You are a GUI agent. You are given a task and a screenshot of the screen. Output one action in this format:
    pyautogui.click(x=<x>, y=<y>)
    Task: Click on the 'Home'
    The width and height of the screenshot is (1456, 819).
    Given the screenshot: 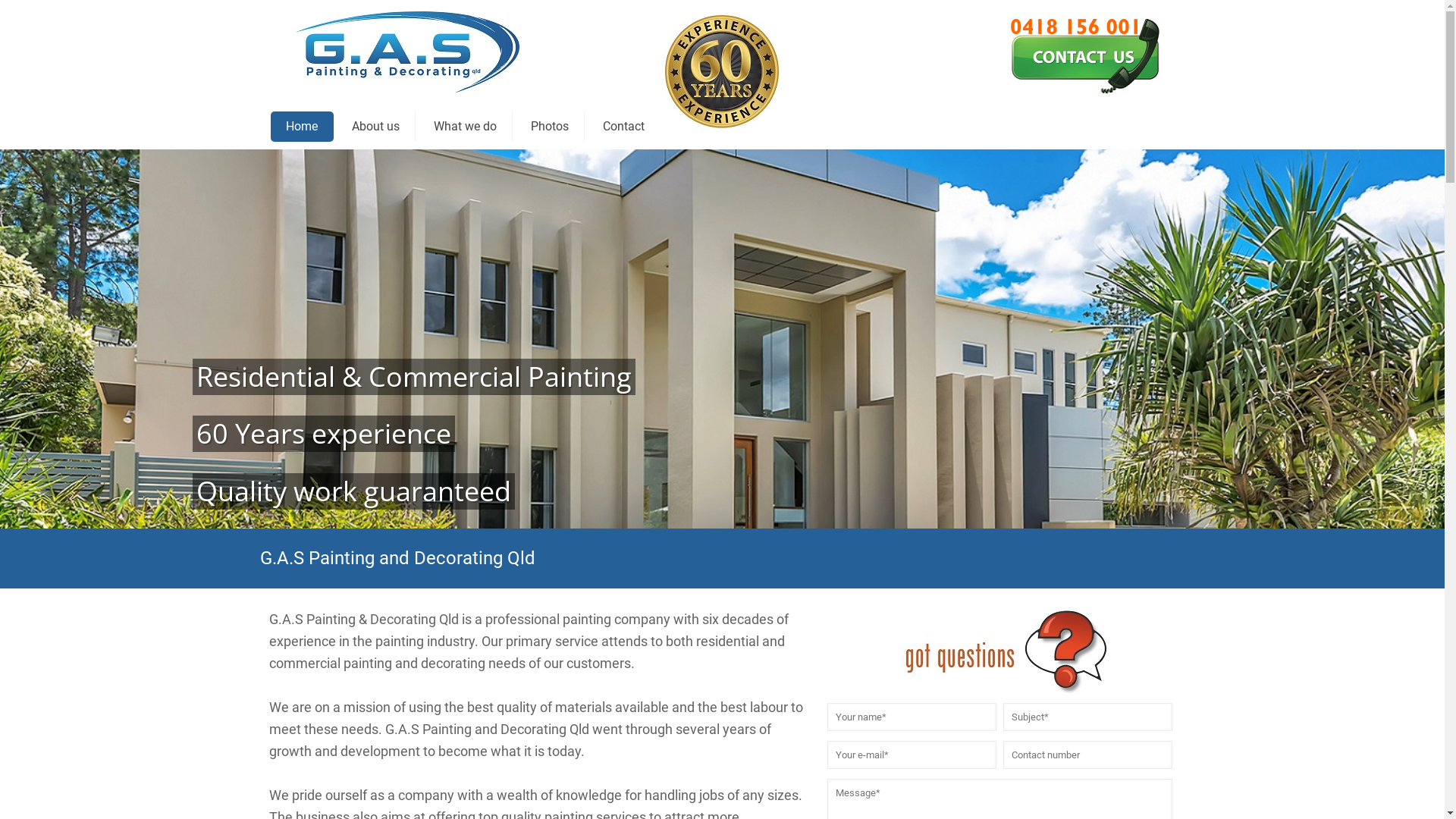 What is the action you would take?
    pyautogui.click(x=302, y=125)
    